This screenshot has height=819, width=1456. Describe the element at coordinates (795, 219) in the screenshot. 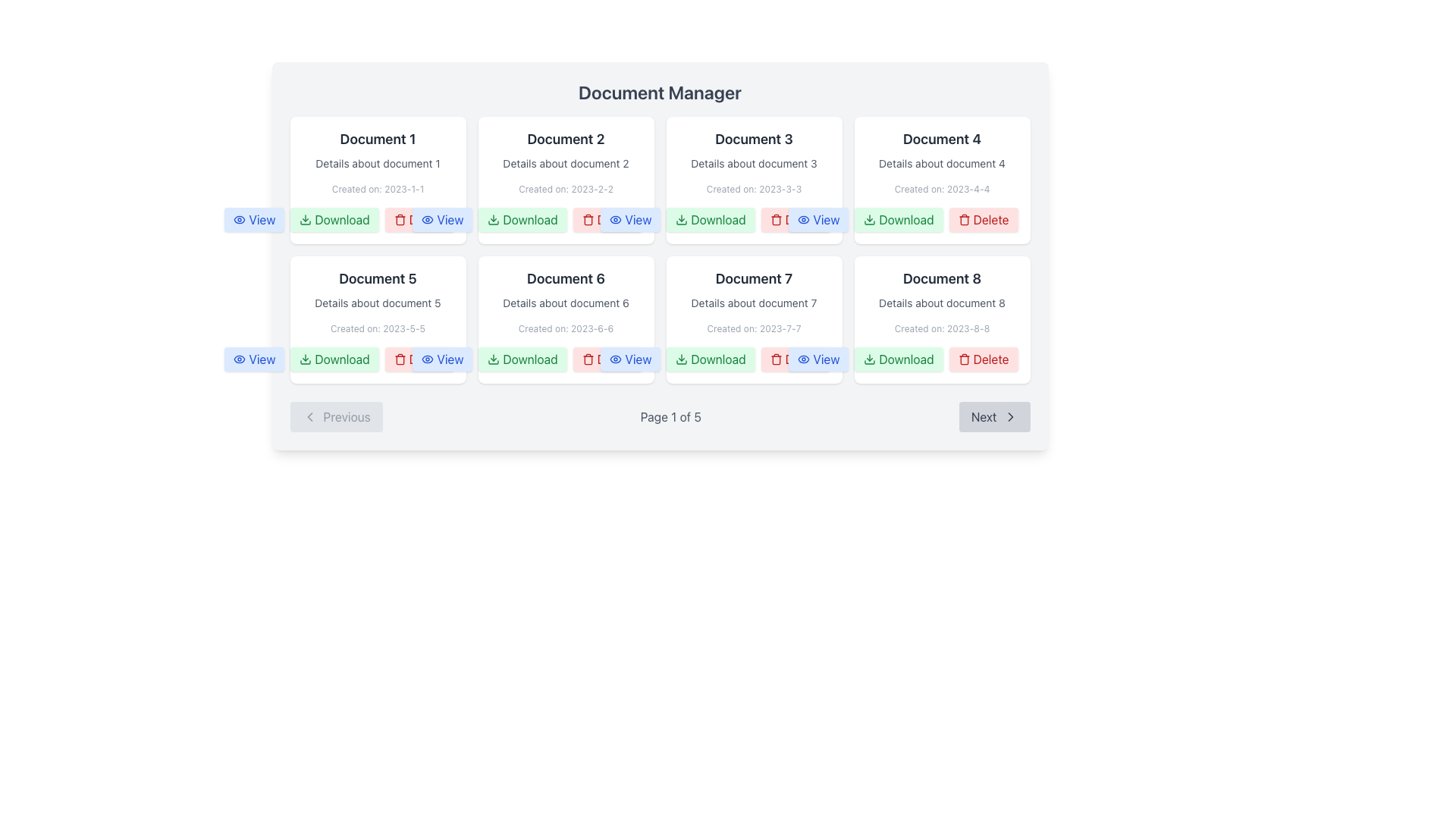

I see `the 'Delete' button` at that location.